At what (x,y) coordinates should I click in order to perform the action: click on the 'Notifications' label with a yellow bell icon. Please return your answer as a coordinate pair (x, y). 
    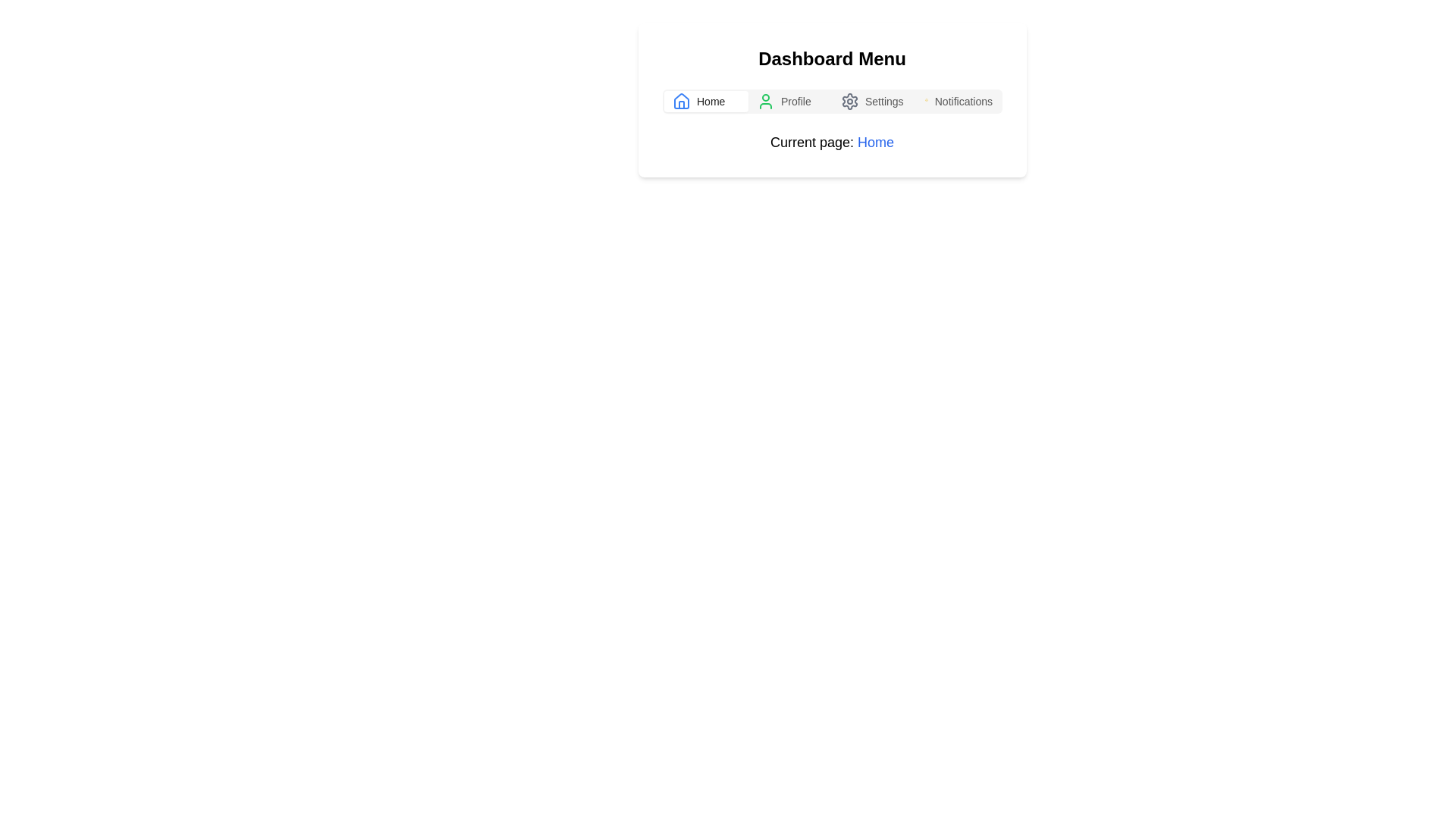
    Looking at the image, I should click on (957, 102).